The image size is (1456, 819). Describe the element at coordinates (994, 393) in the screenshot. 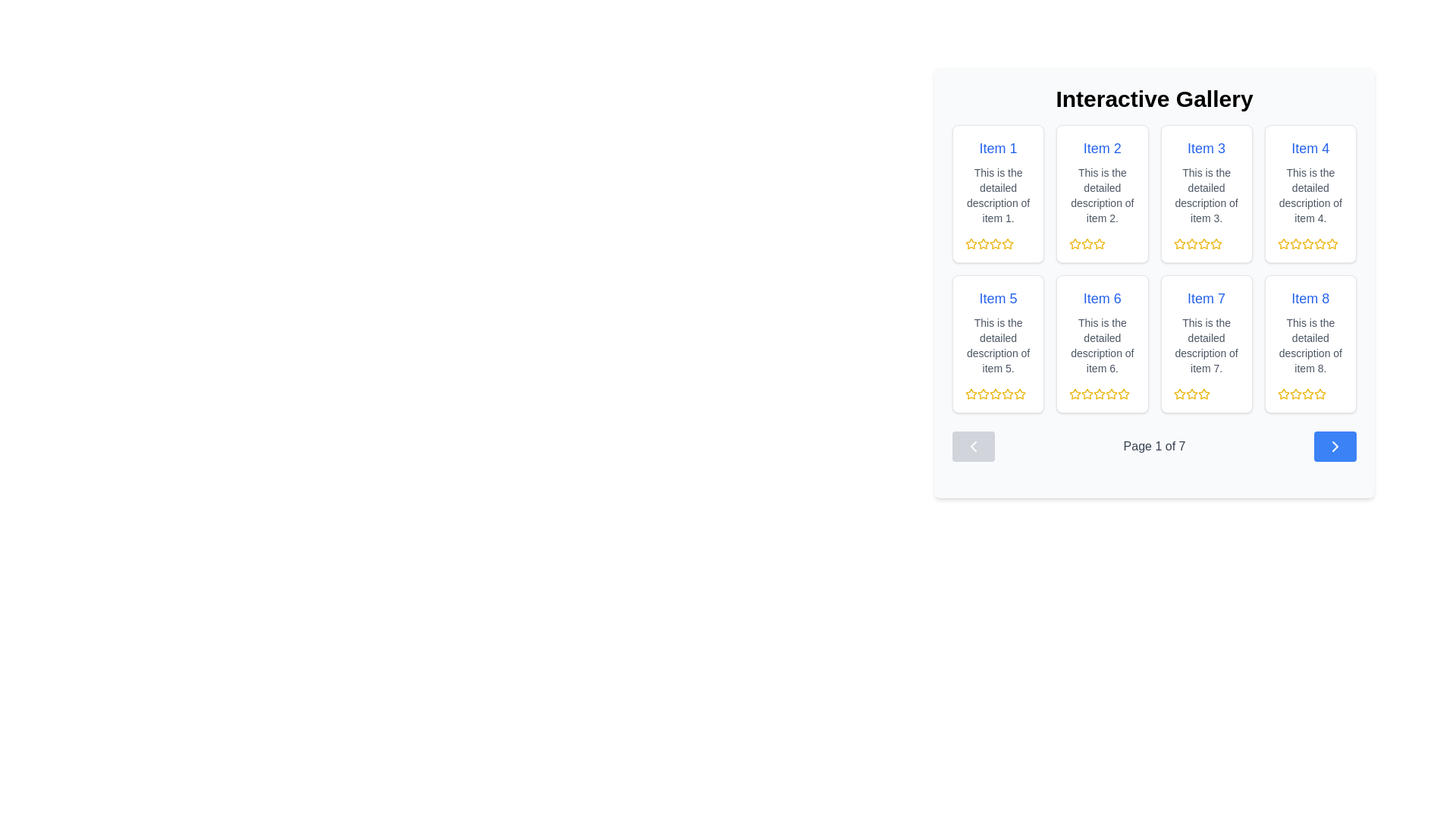

I see `the second star icon in the rating control under 'Item 5'` at that location.